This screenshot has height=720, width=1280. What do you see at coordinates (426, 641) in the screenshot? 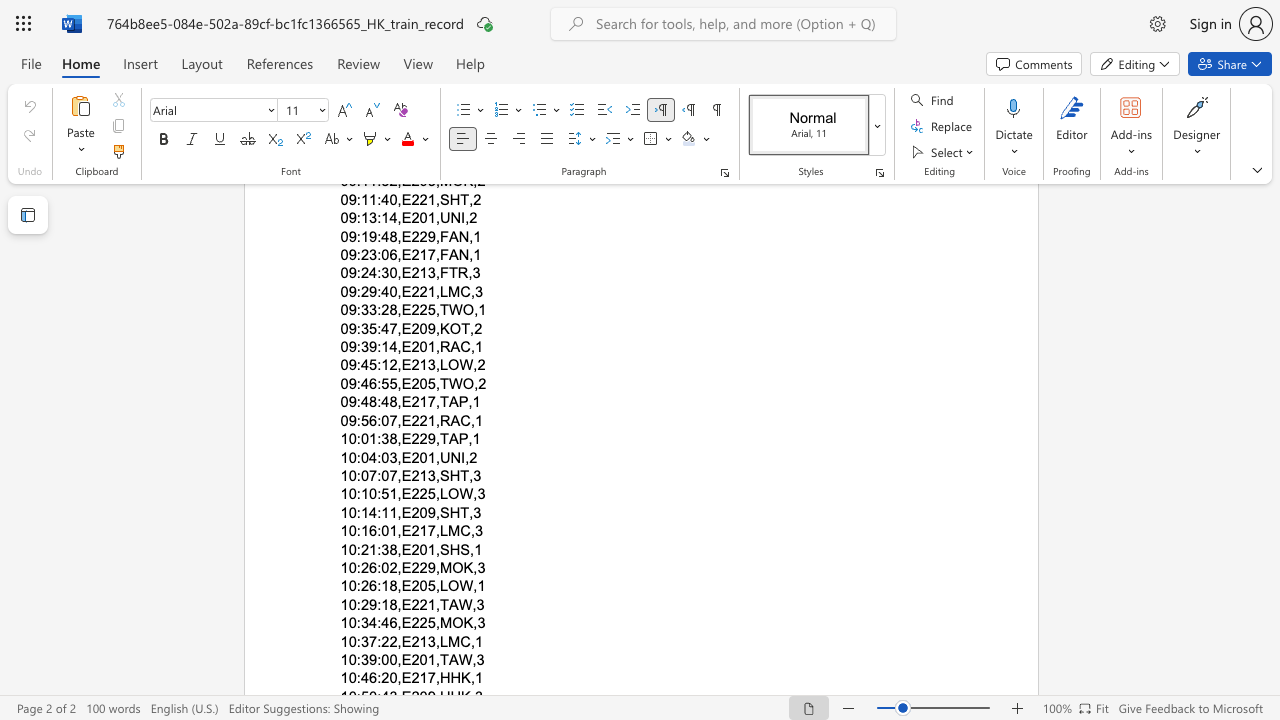
I see `the space between the continuous character "1" and "3" in the text` at bounding box center [426, 641].